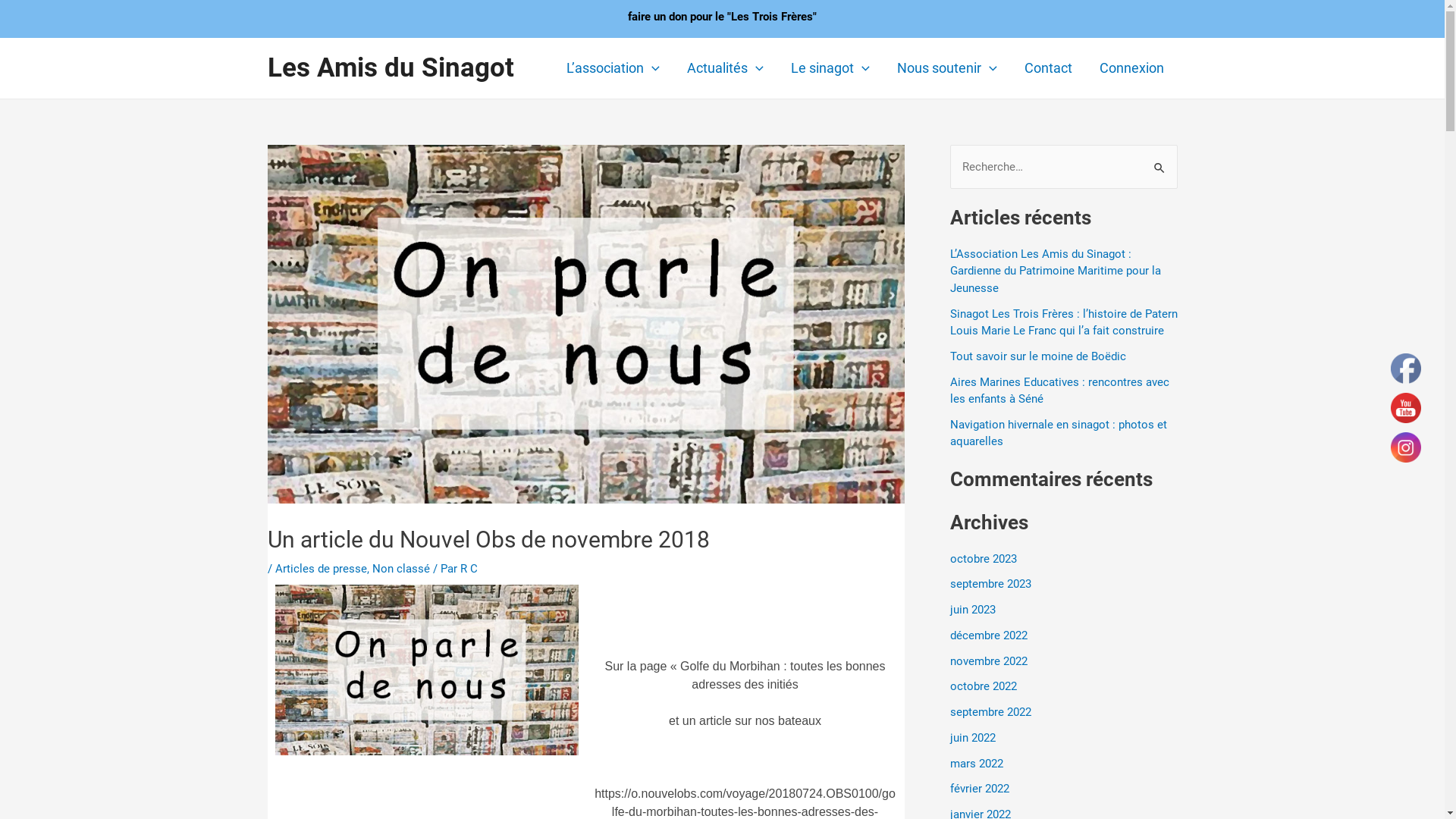  Describe the element at coordinates (1390, 369) in the screenshot. I see `'Facebook'` at that location.